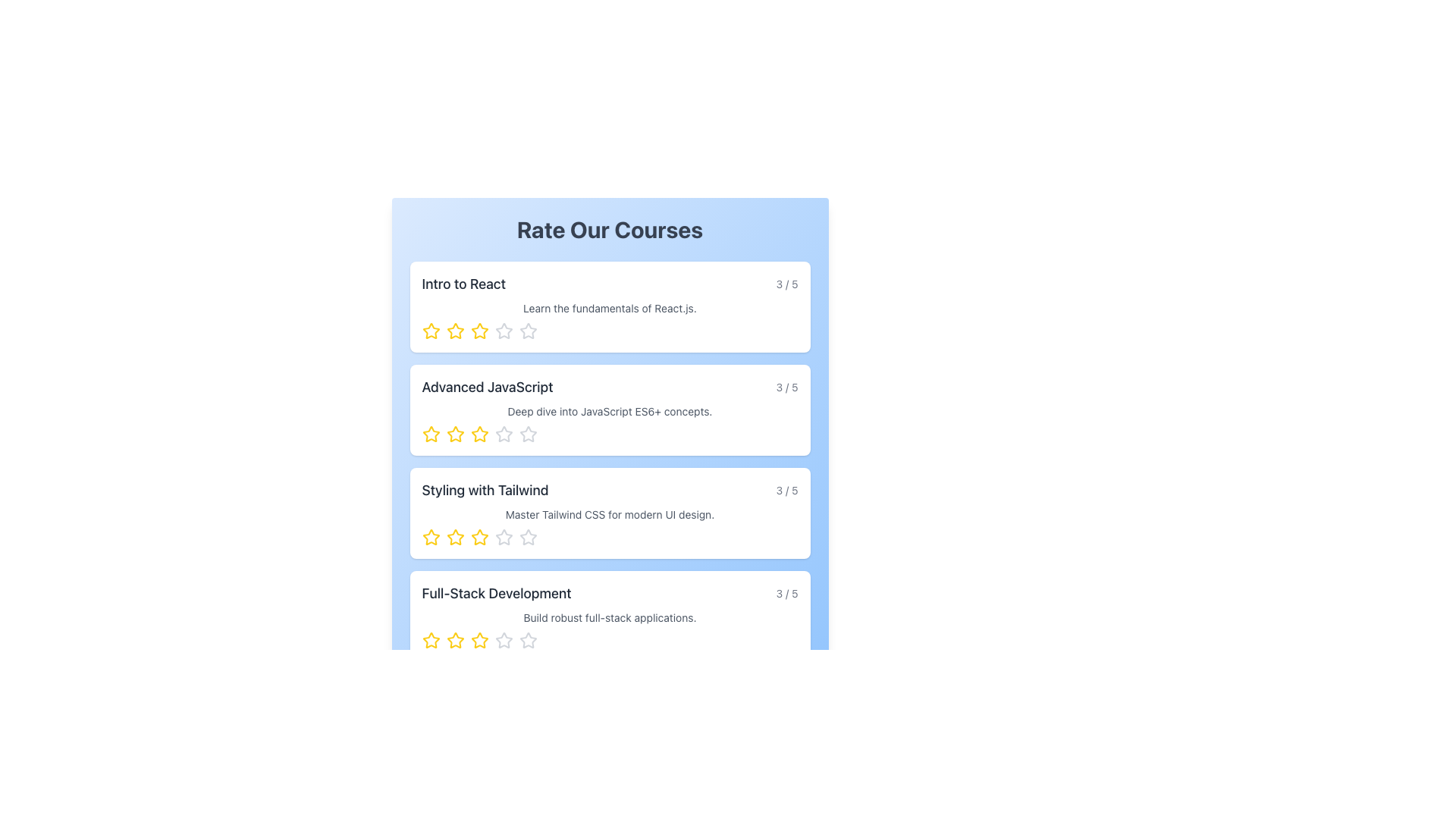  Describe the element at coordinates (610, 537) in the screenshot. I see `the Star Rating Component beneath the description 'Master Tailwind CSS for modern UI design.' for the course 'Styling with Tailwind'` at that location.